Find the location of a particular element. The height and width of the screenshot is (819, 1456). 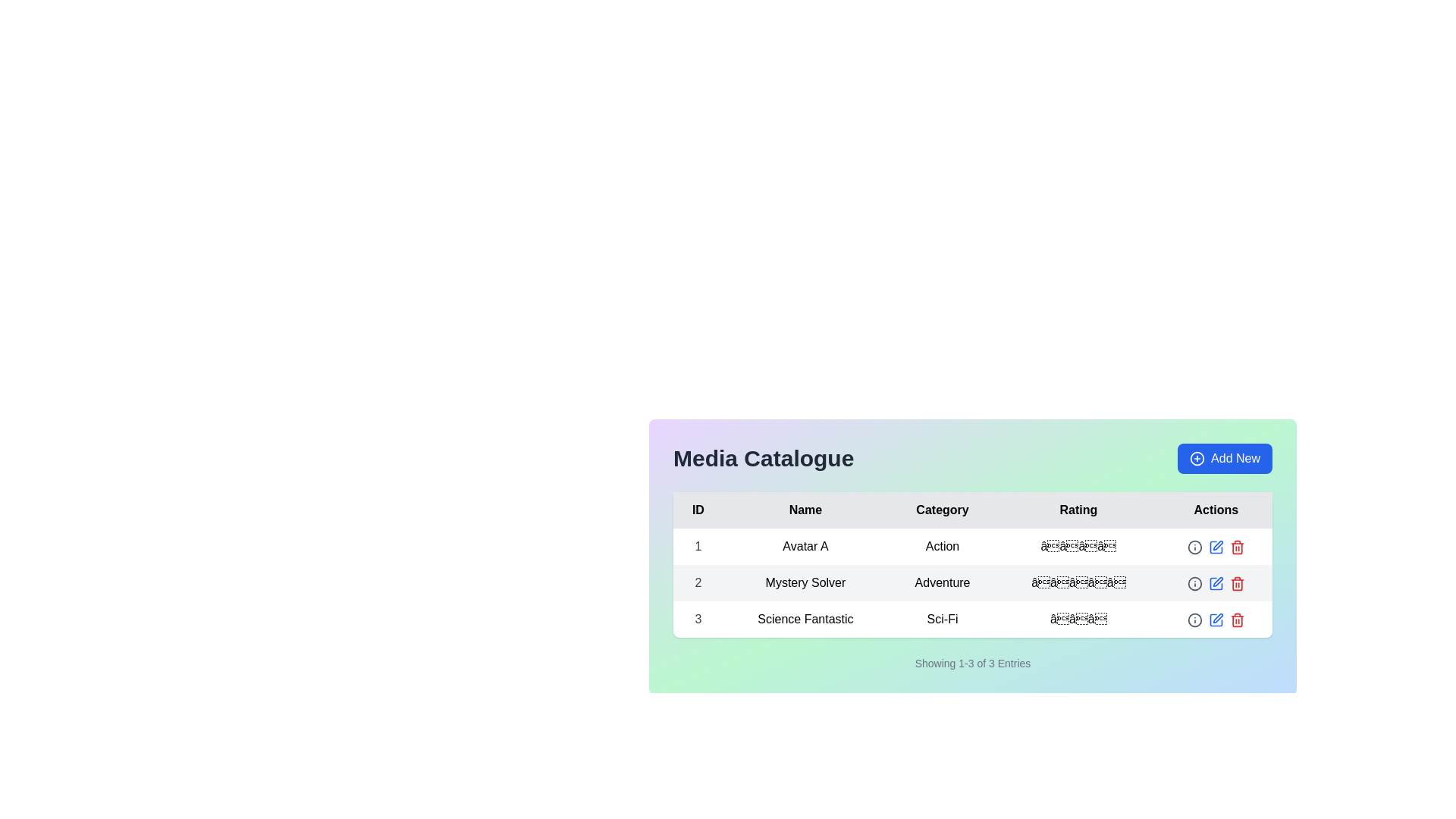

the edit button icon in the 'Actions' column of the third row for the 'Science Fantastic' entry is located at coordinates (1216, 582).